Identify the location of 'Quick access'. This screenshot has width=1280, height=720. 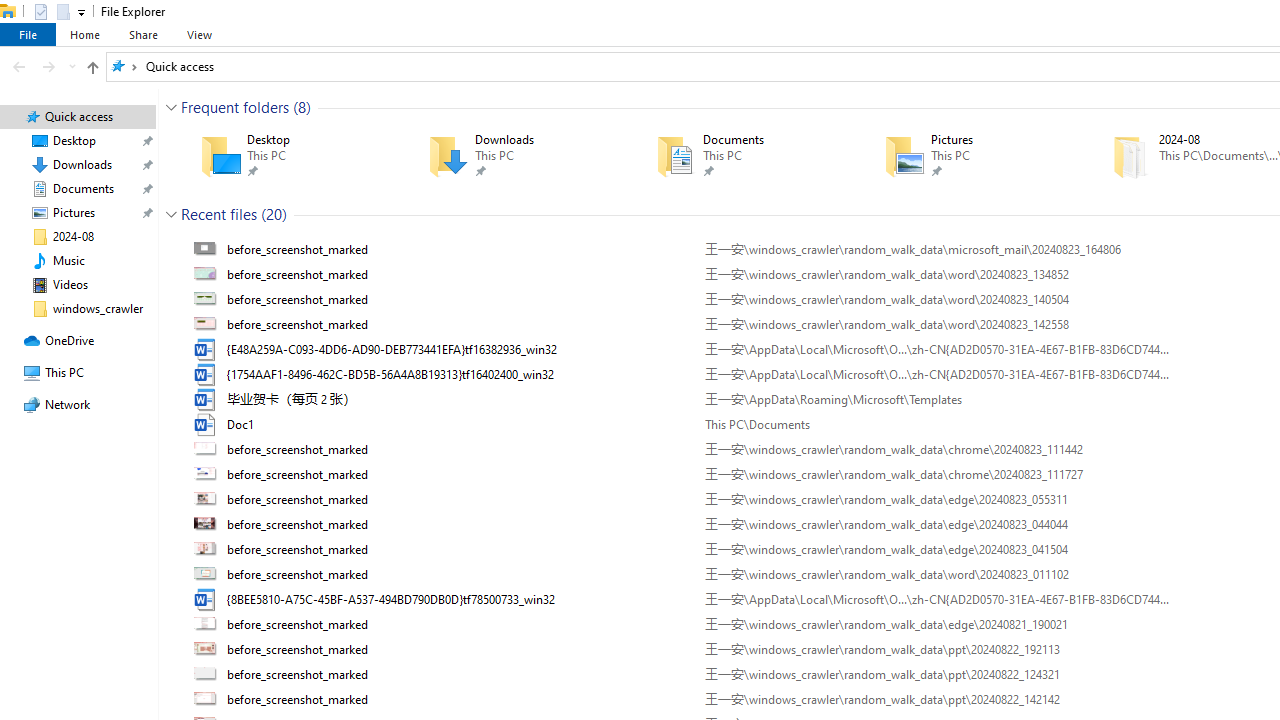
(179, 65).